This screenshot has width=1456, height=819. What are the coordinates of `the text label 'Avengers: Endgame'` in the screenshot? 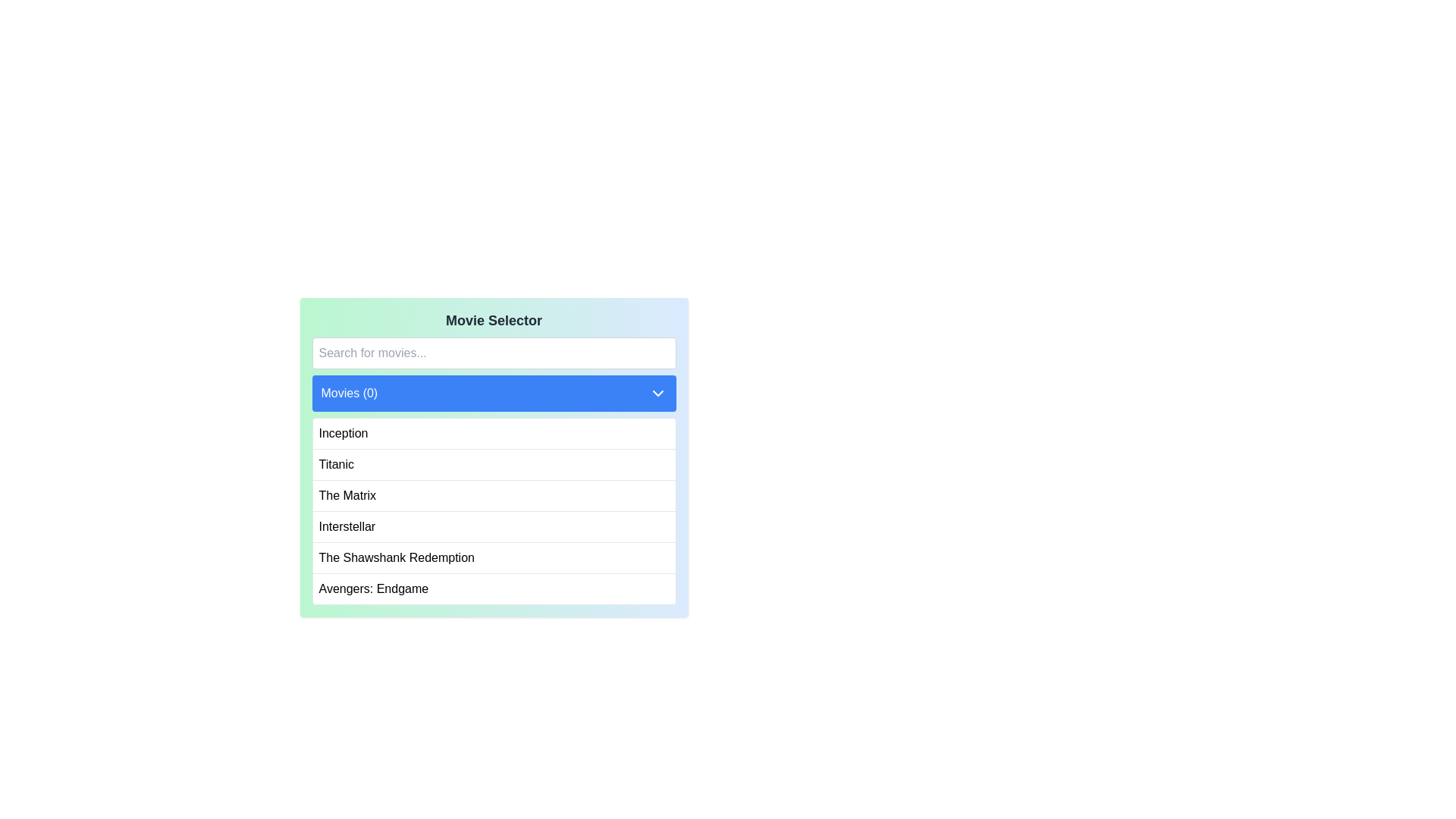 It's located at (373, 588).